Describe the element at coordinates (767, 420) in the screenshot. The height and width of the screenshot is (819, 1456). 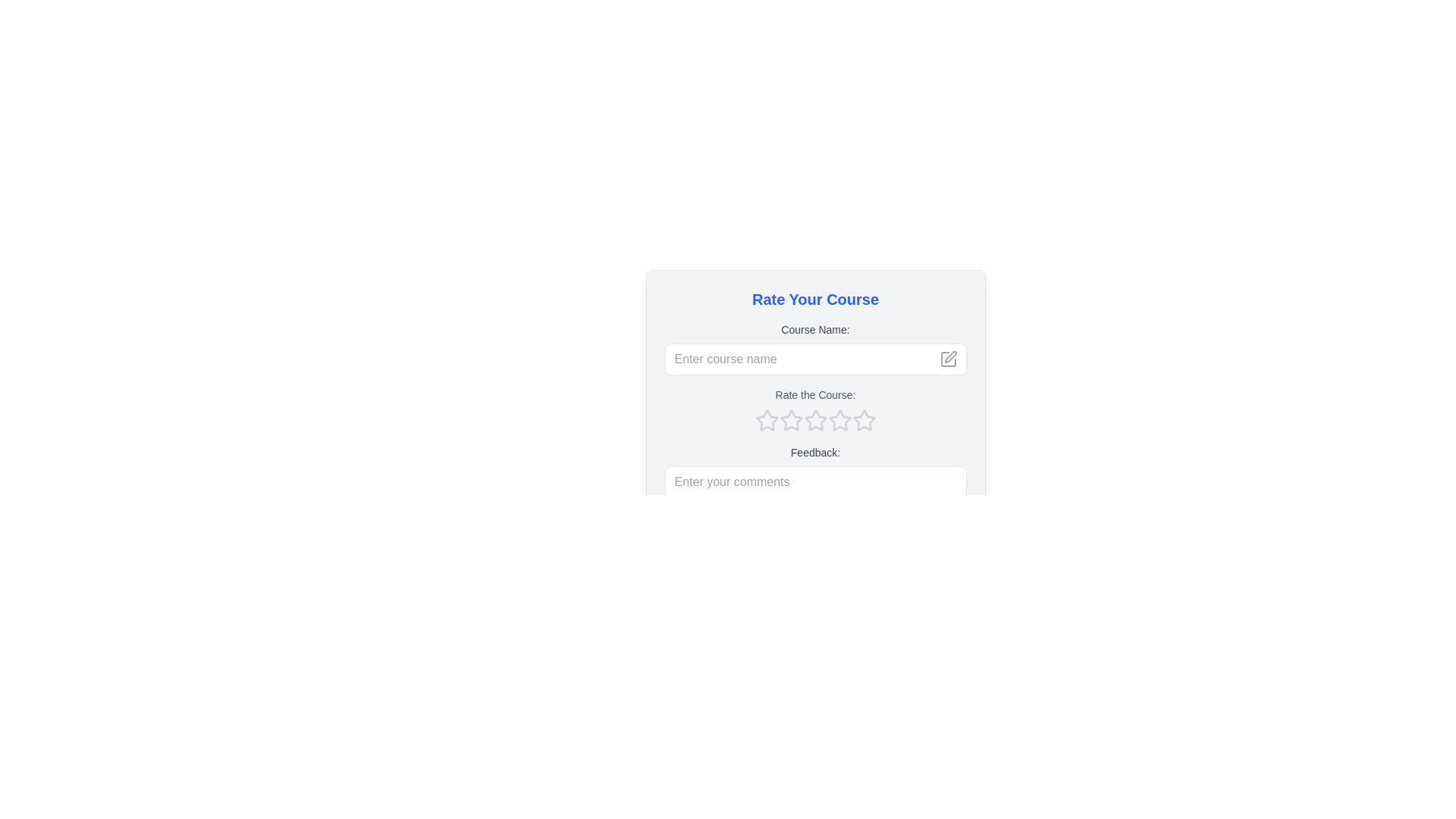
I see `the first star icon in the rating row below the text 'Rate the Course:'` at that location.